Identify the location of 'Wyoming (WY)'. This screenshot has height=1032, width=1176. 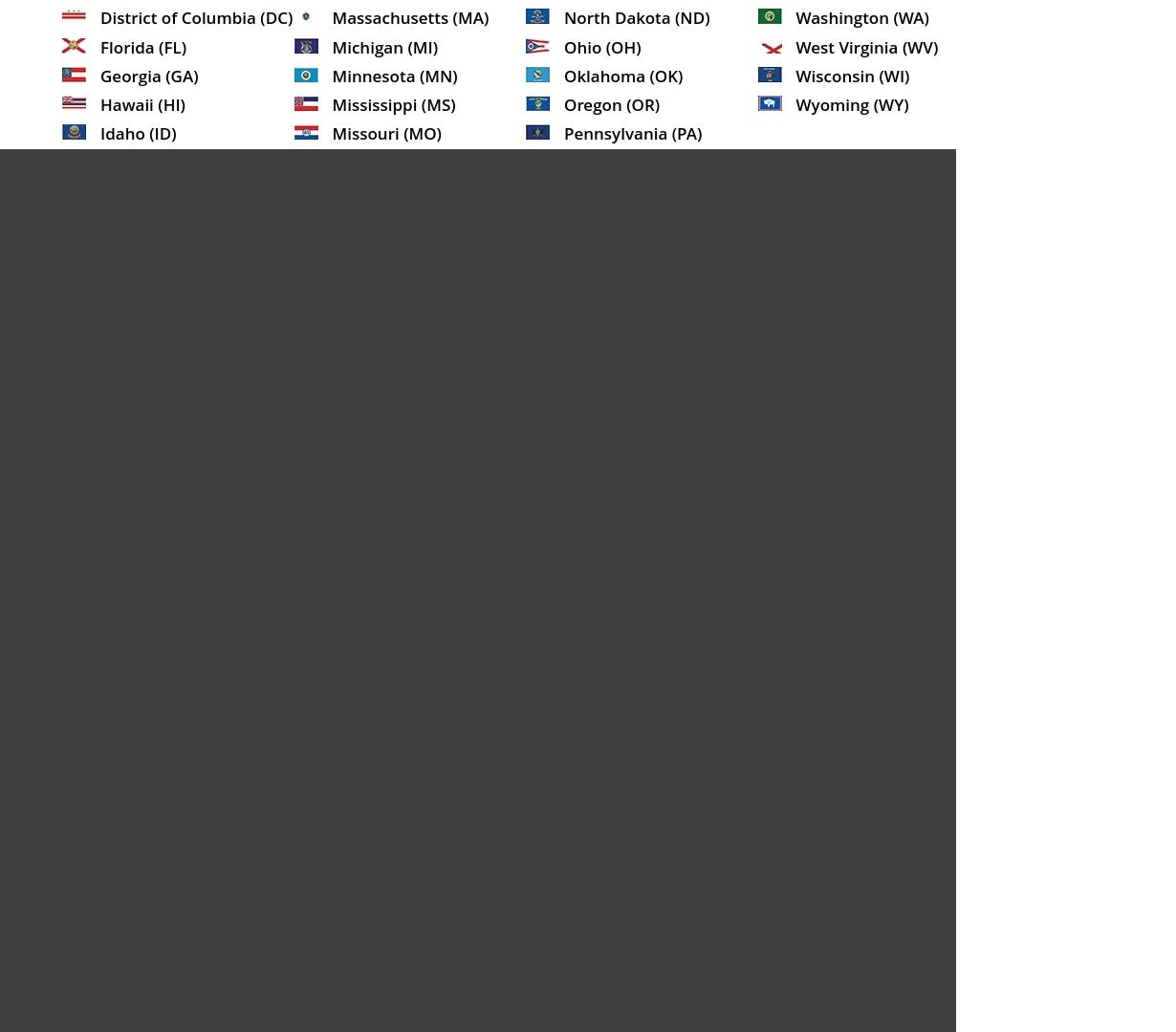
(852, 103).